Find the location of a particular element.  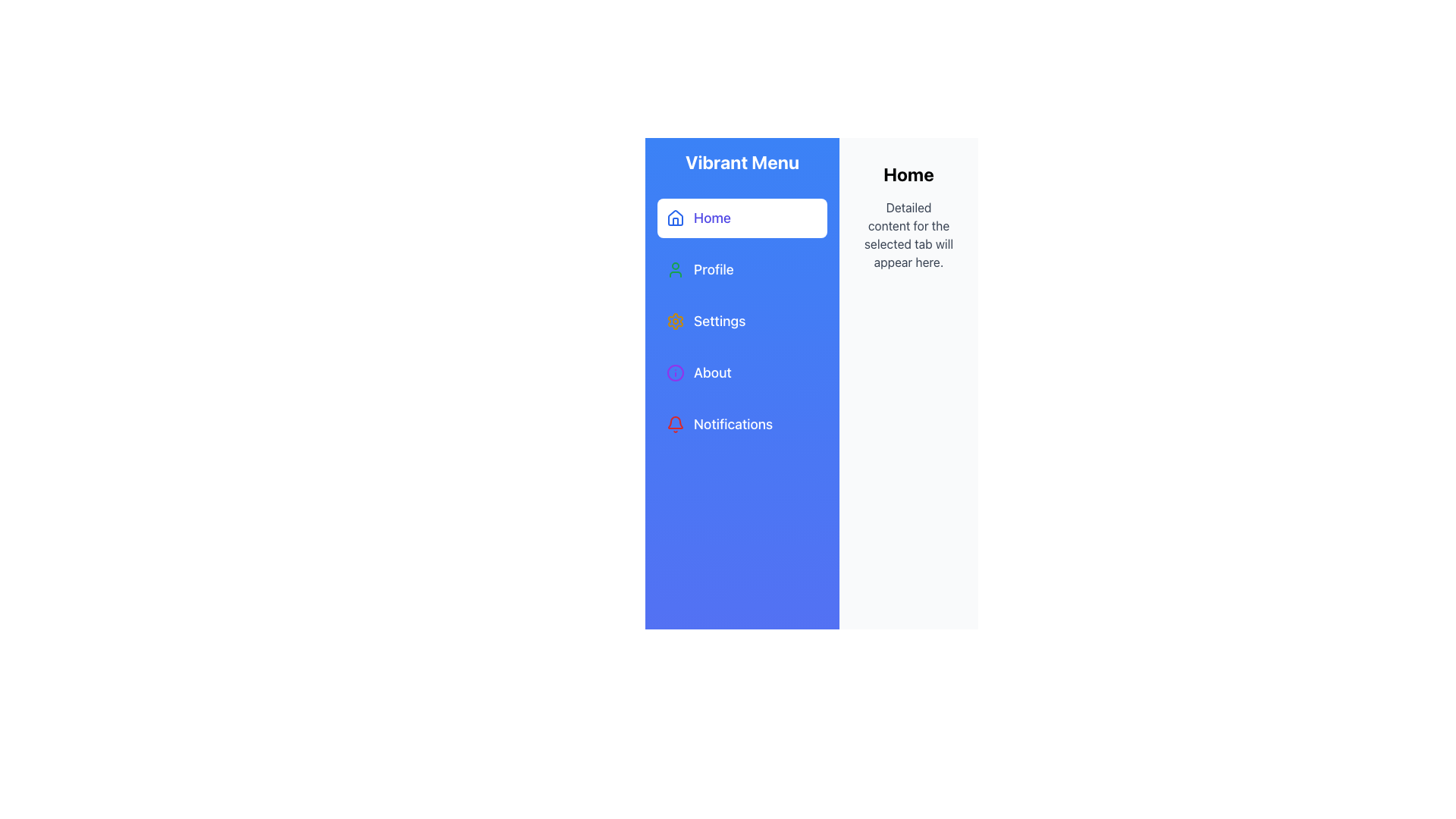

the bell icon located at the left-most position of the 'Notifications' list item in the blue sidebar menu, which indicates notifications is located at coordinates (675, 424).